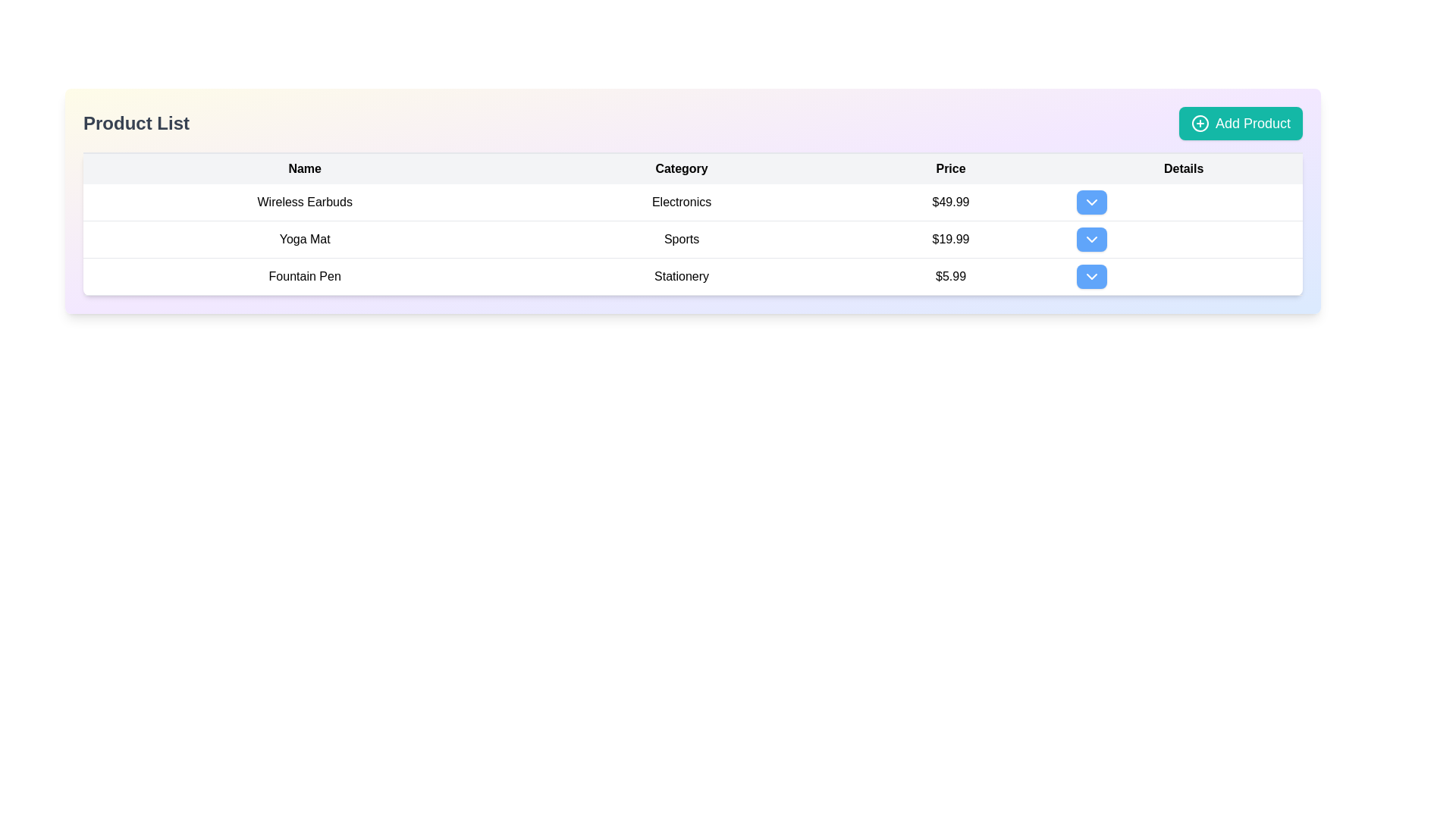 The width and height of the screenshot is (1456, 819). I want to click on the 'Sports' text label in the 'Category' column of the 'Yoga Mat' row, so click(681, 239).